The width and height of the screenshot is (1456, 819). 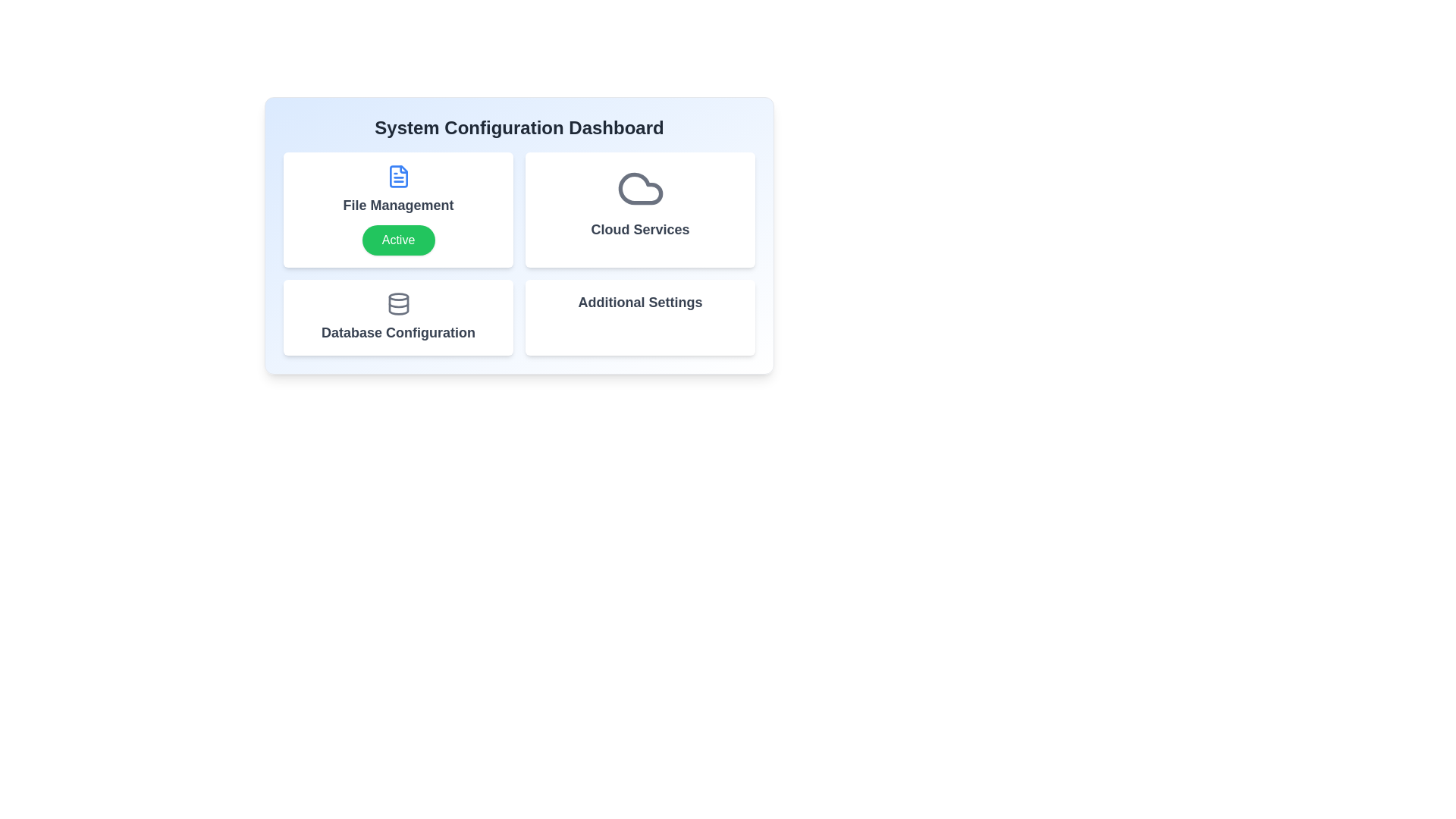 What do you see at coordinates (398, 317) in the screenshot?
I see `the database configuration card located in the bottom-left corner of the grid layout to read additional details` at bounding box center [398, 317].